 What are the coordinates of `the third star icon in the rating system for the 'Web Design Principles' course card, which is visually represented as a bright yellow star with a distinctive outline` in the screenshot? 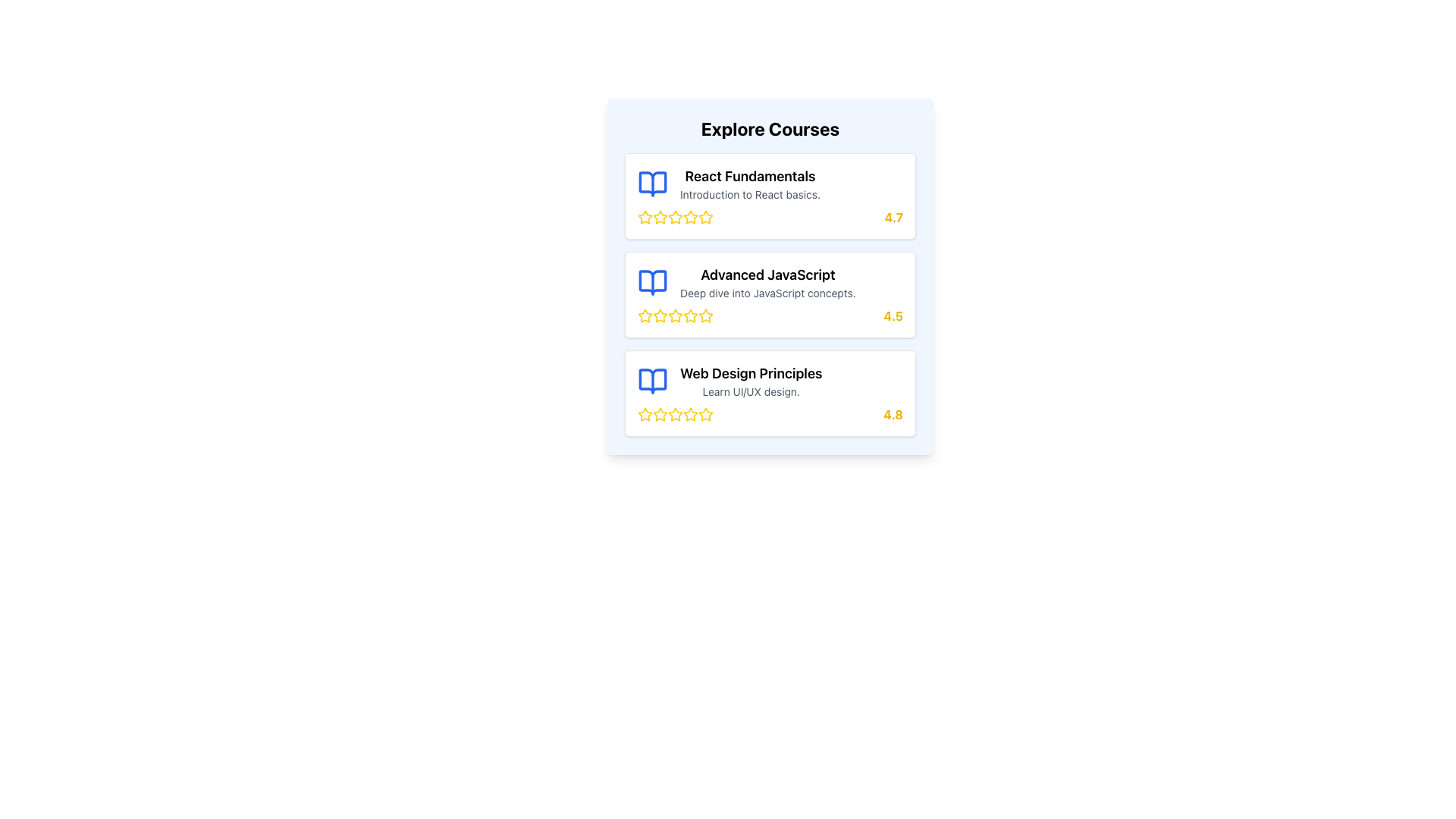 It's located at (690, 414).